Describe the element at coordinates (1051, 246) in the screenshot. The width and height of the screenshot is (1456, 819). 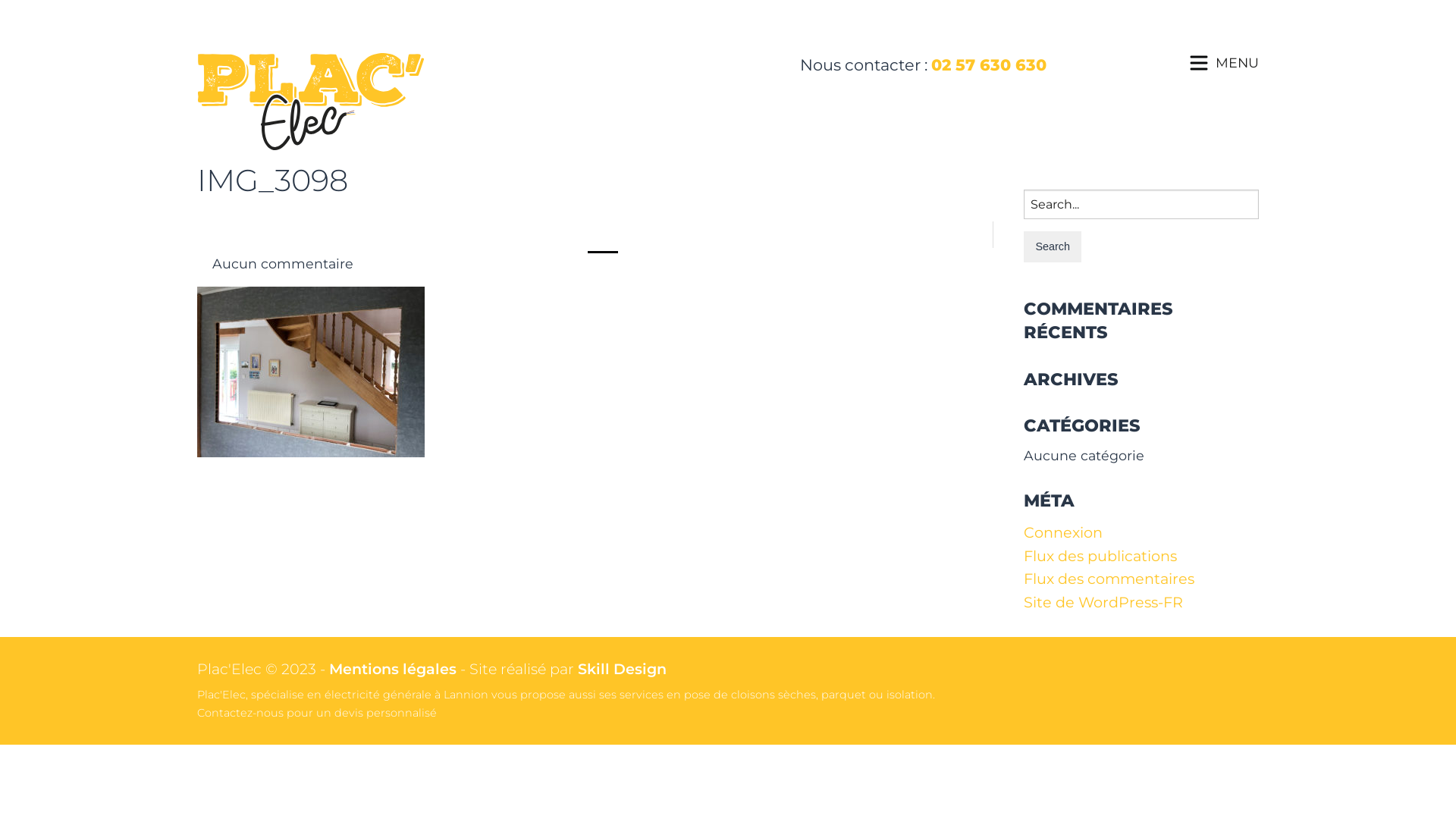
I see `'Search'` at that location.